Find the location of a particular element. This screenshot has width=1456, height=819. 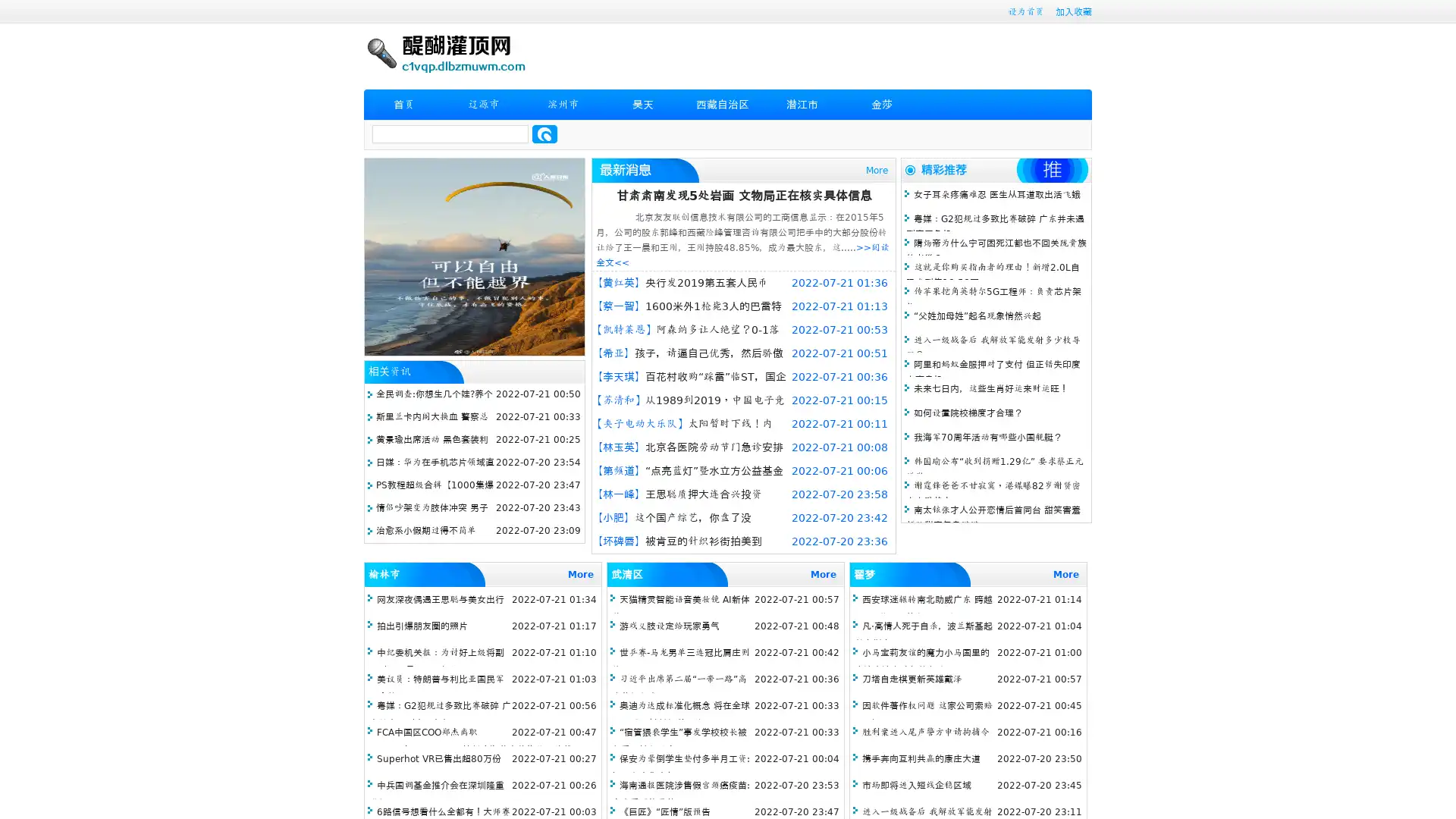

Search is located at coordinates (544, 133).